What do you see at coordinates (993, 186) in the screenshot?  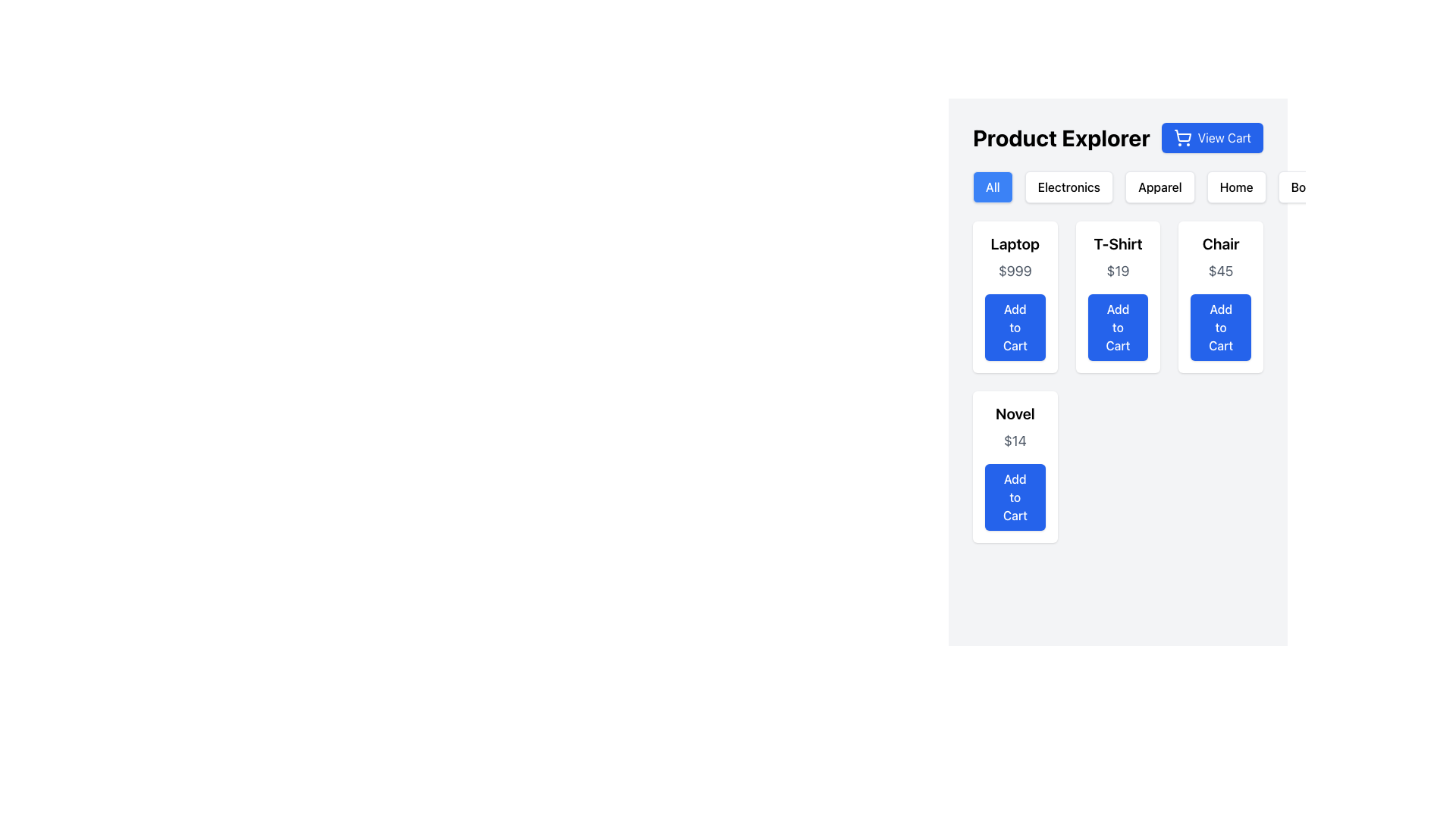 I see `the category filter button located under the 'Product Explorer' title` at bounding box center [993, 186].